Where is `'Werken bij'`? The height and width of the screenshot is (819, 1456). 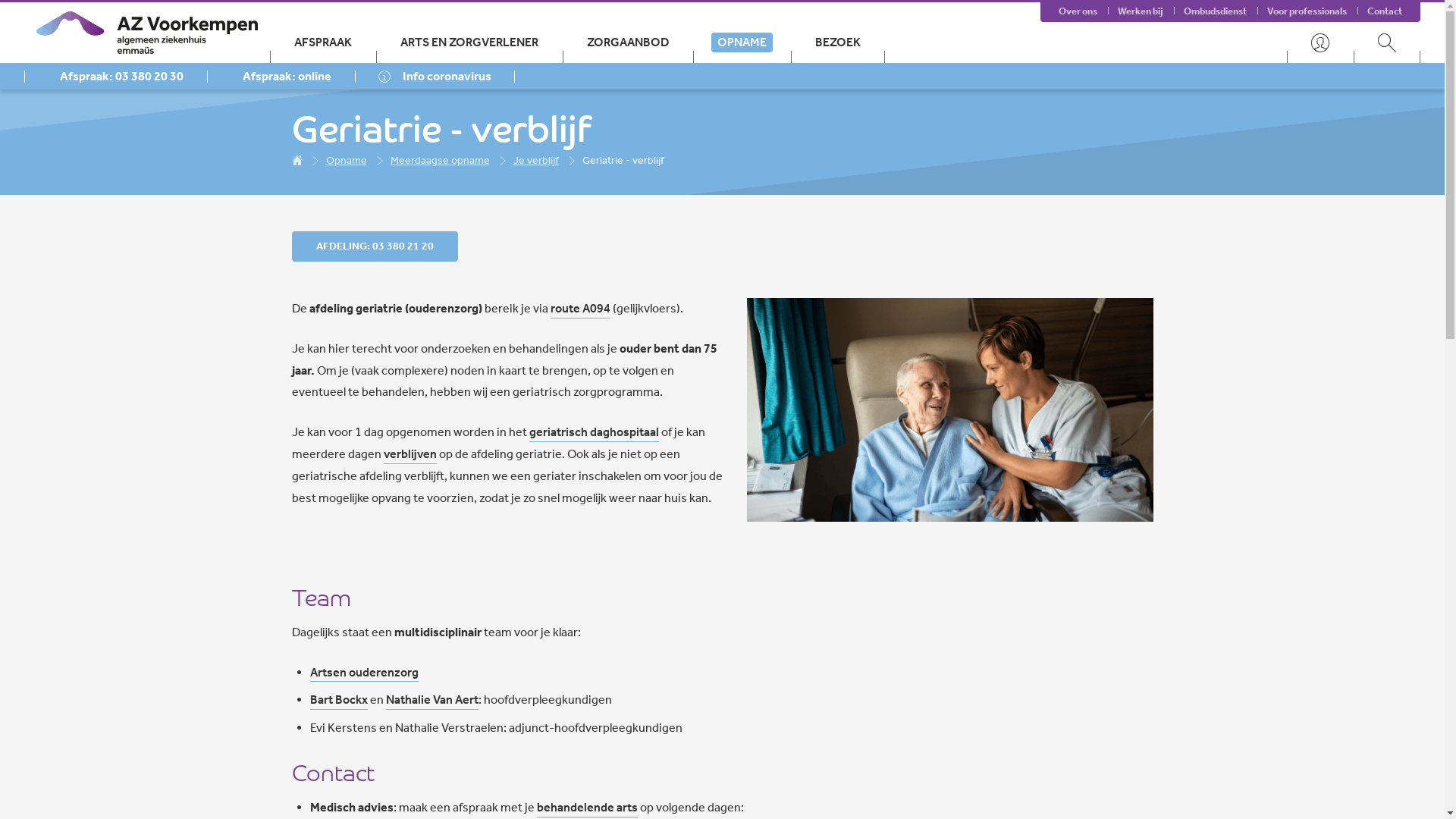 'Werken bij' is located at coordinates (1117, 11).